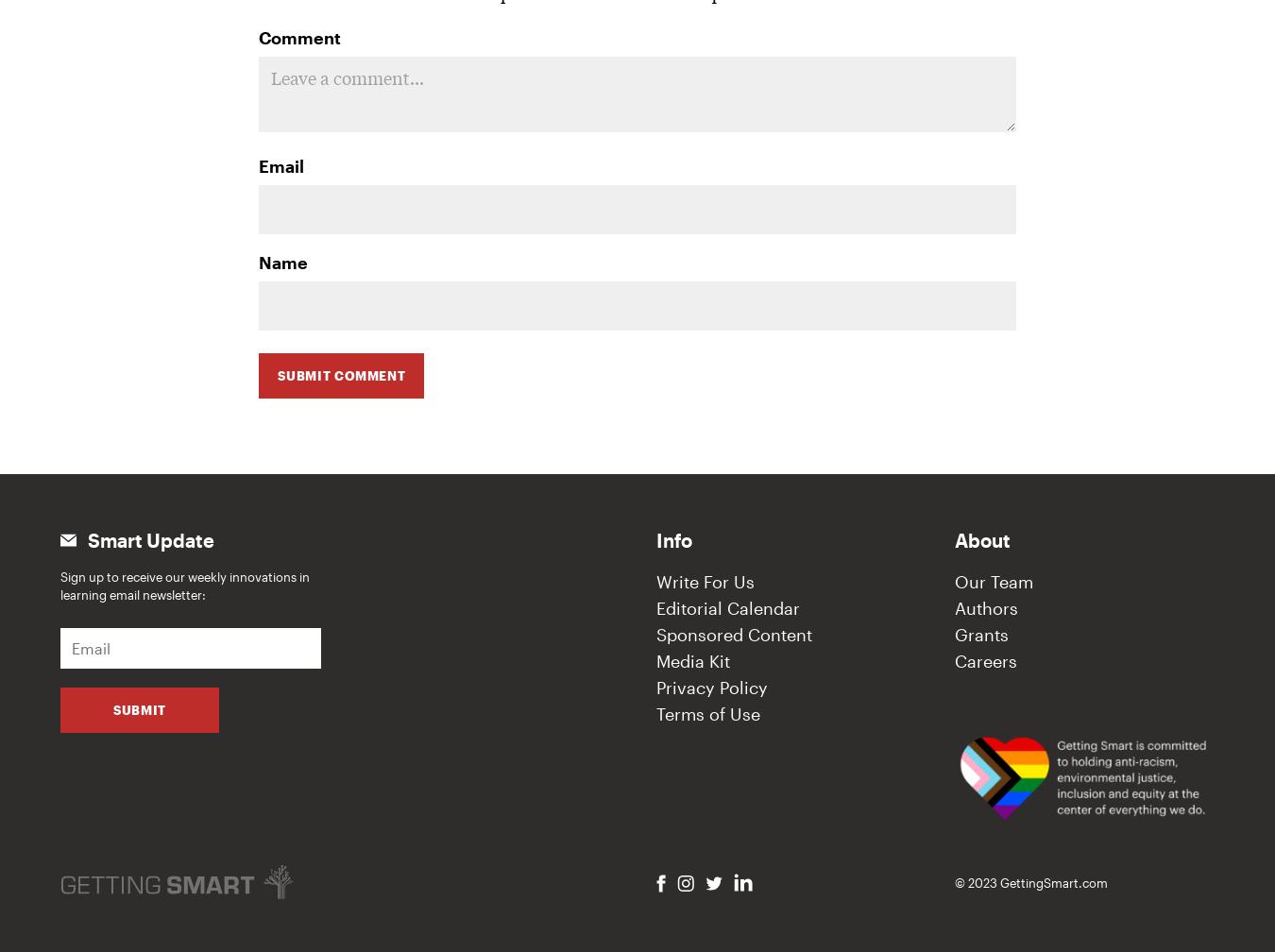 This screenshot has width=1275, height=952. What do you see at coordinates (281, 263) in the screenshot?
I see `'Name'` at bounding box center [281, 263].